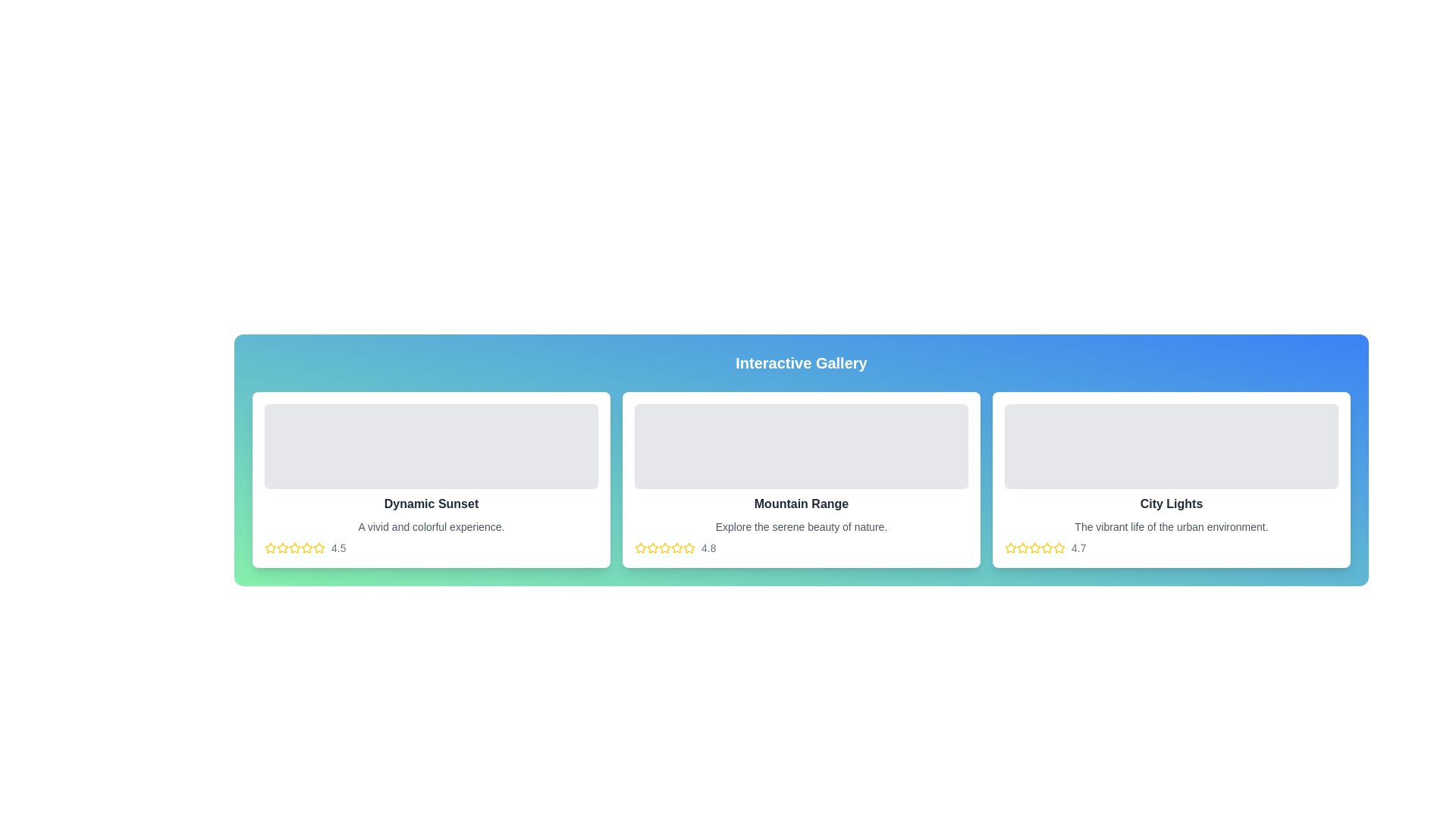  What do you see at coordinates (676, 548) in the screenshot?
I see `the third yellow star-shaped icon in the rating system for the 'Mountain Range' section` at bounding box center [676, 548].